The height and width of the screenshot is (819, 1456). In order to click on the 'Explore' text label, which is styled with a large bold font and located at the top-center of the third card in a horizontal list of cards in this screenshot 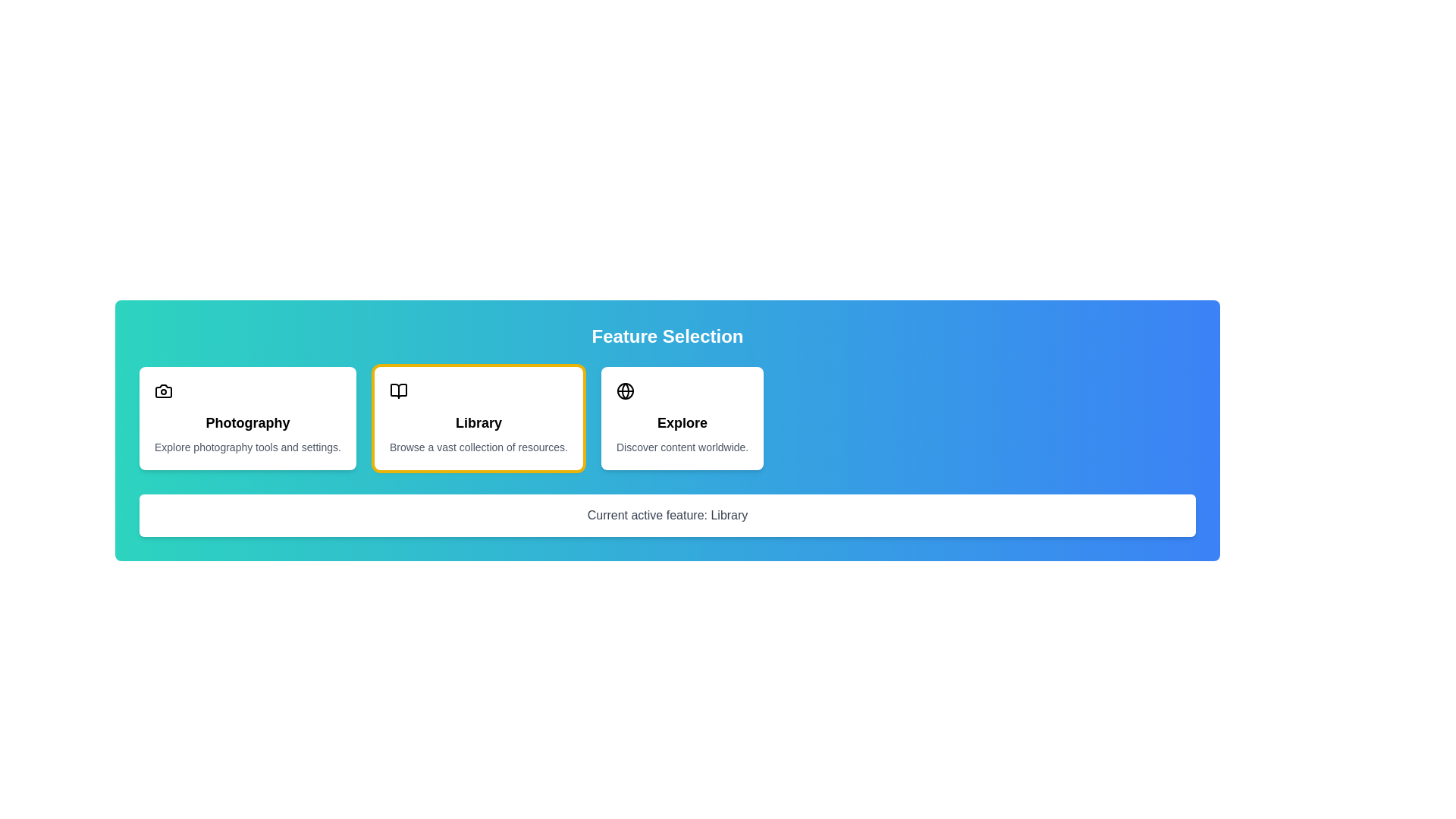, I will do `click(682, 423)`.